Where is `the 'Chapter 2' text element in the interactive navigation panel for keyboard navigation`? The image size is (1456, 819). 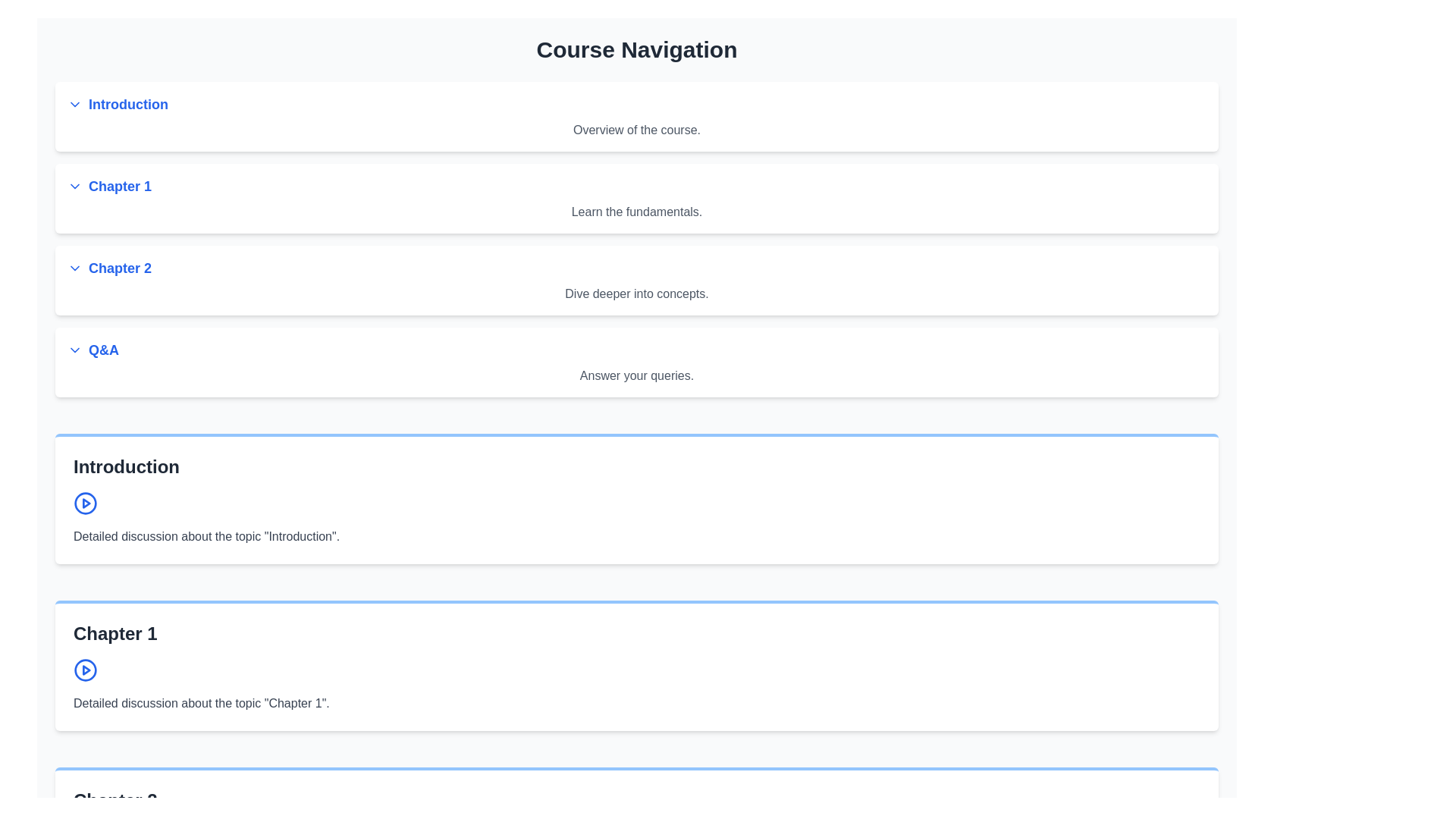 the 'Chapter 2' text element in the interactive navigation panel for keyboard navigation is located at coordinates (119, 268).